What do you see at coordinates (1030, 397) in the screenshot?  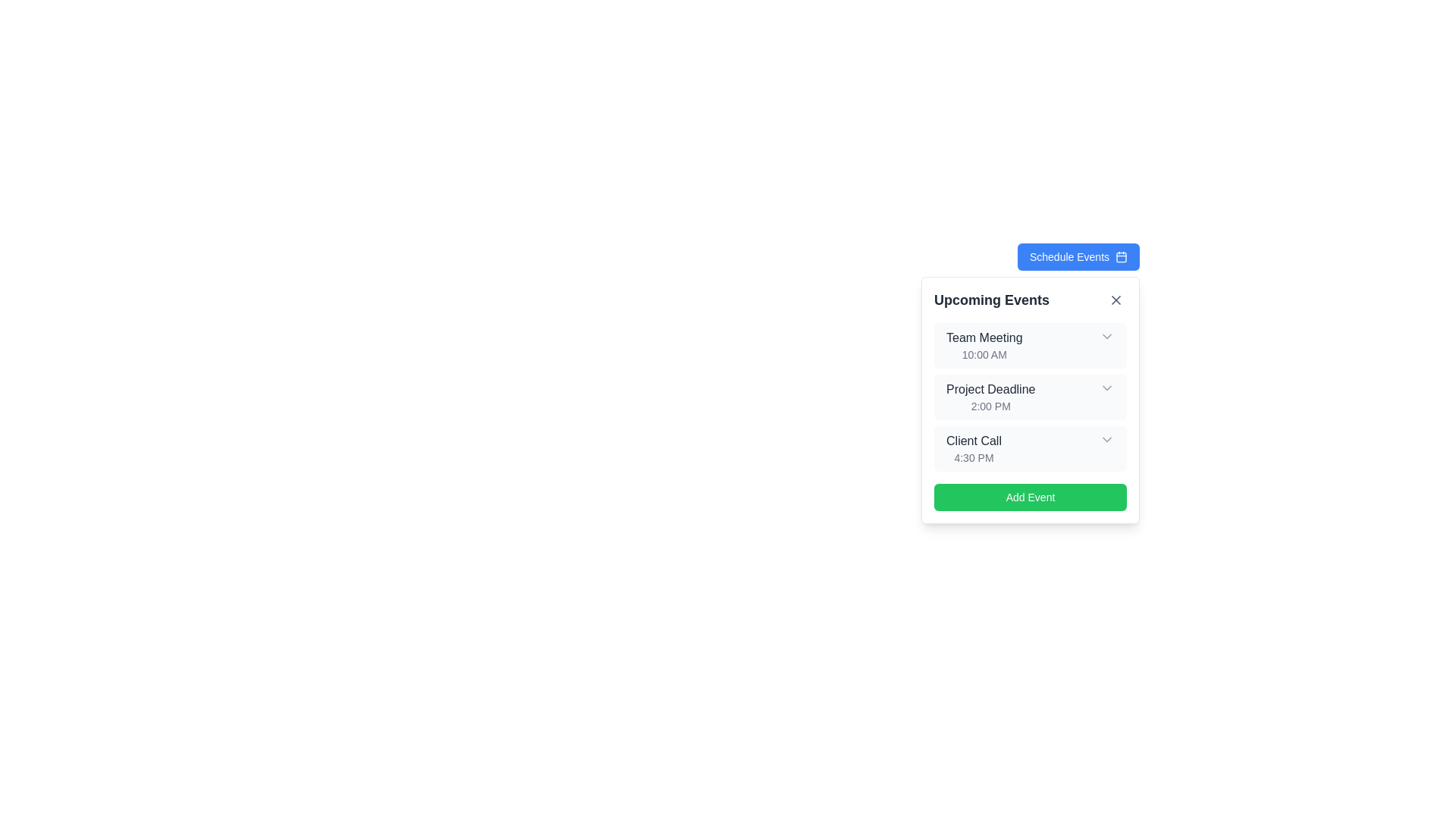 I see `the chevron icon on the 'Project Deadline' list item` at bounding box center [1030, 397].